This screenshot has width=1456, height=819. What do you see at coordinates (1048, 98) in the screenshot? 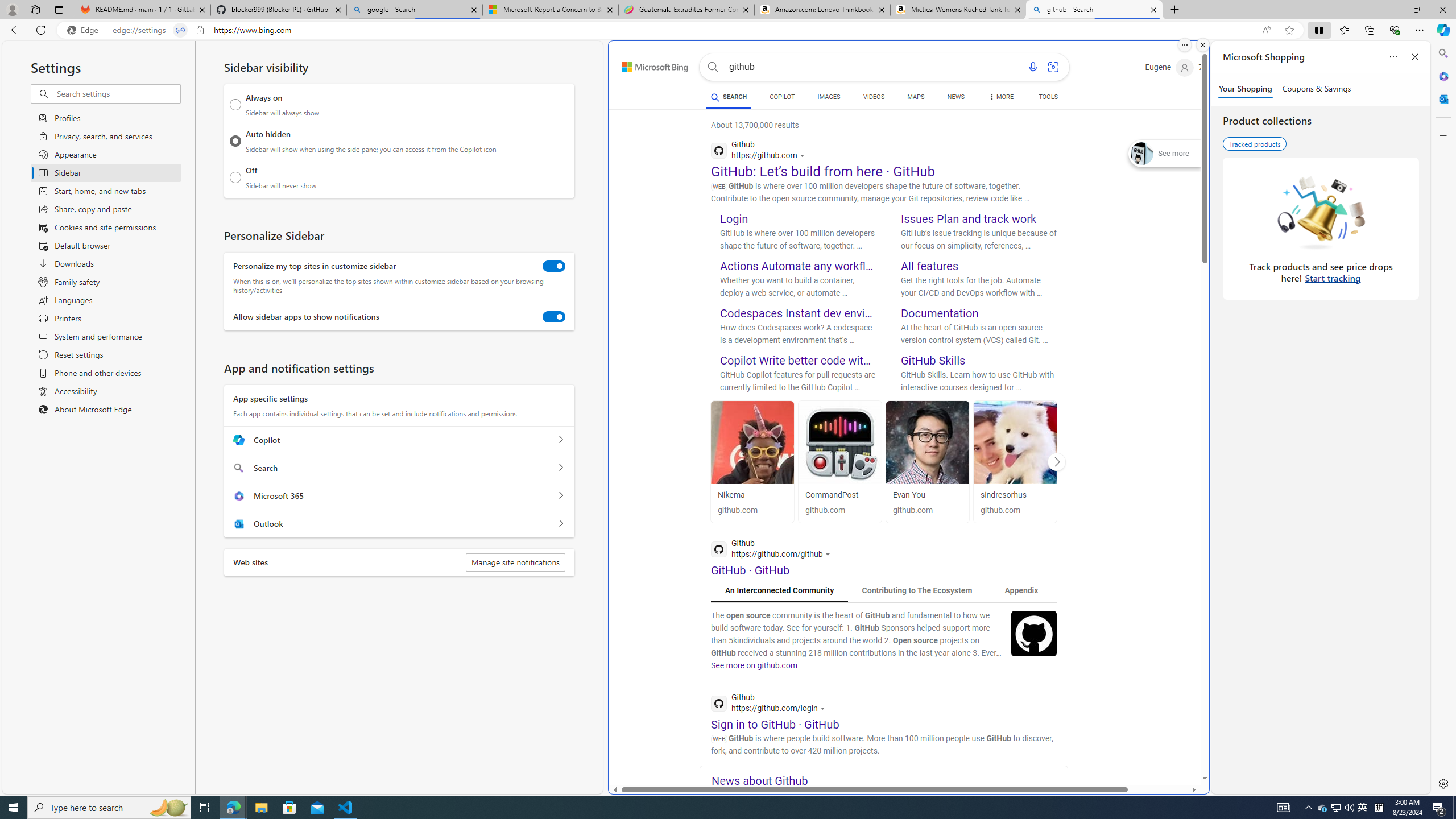
I see `'TOOLS'` at bounding box center [1048, 98].